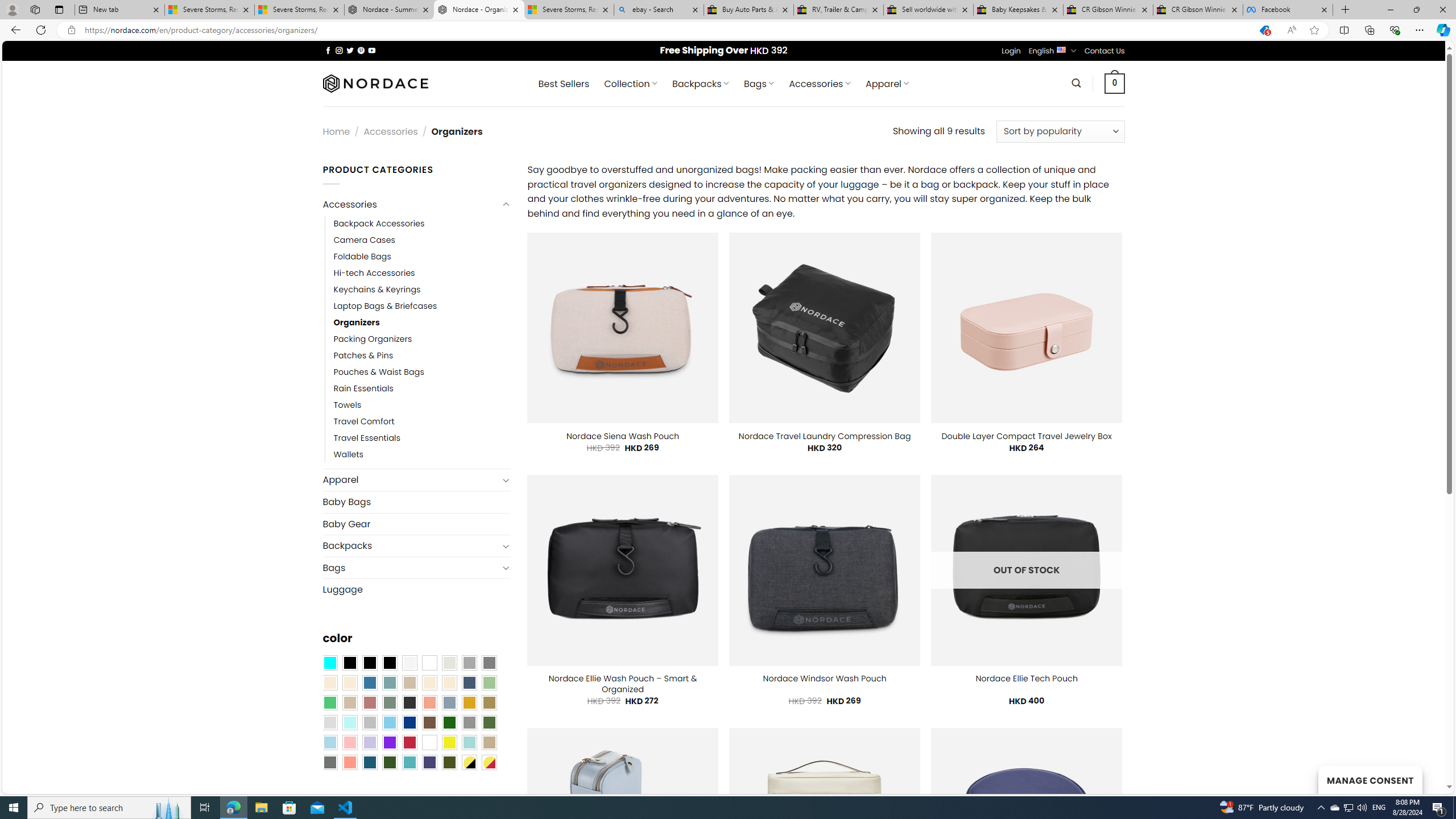 This screenshot has height=819, width=1456. What do you see at coordinates (11, 9) in the screenshot?
I see `'Personal Profile'` at bounding box center [11, 9].